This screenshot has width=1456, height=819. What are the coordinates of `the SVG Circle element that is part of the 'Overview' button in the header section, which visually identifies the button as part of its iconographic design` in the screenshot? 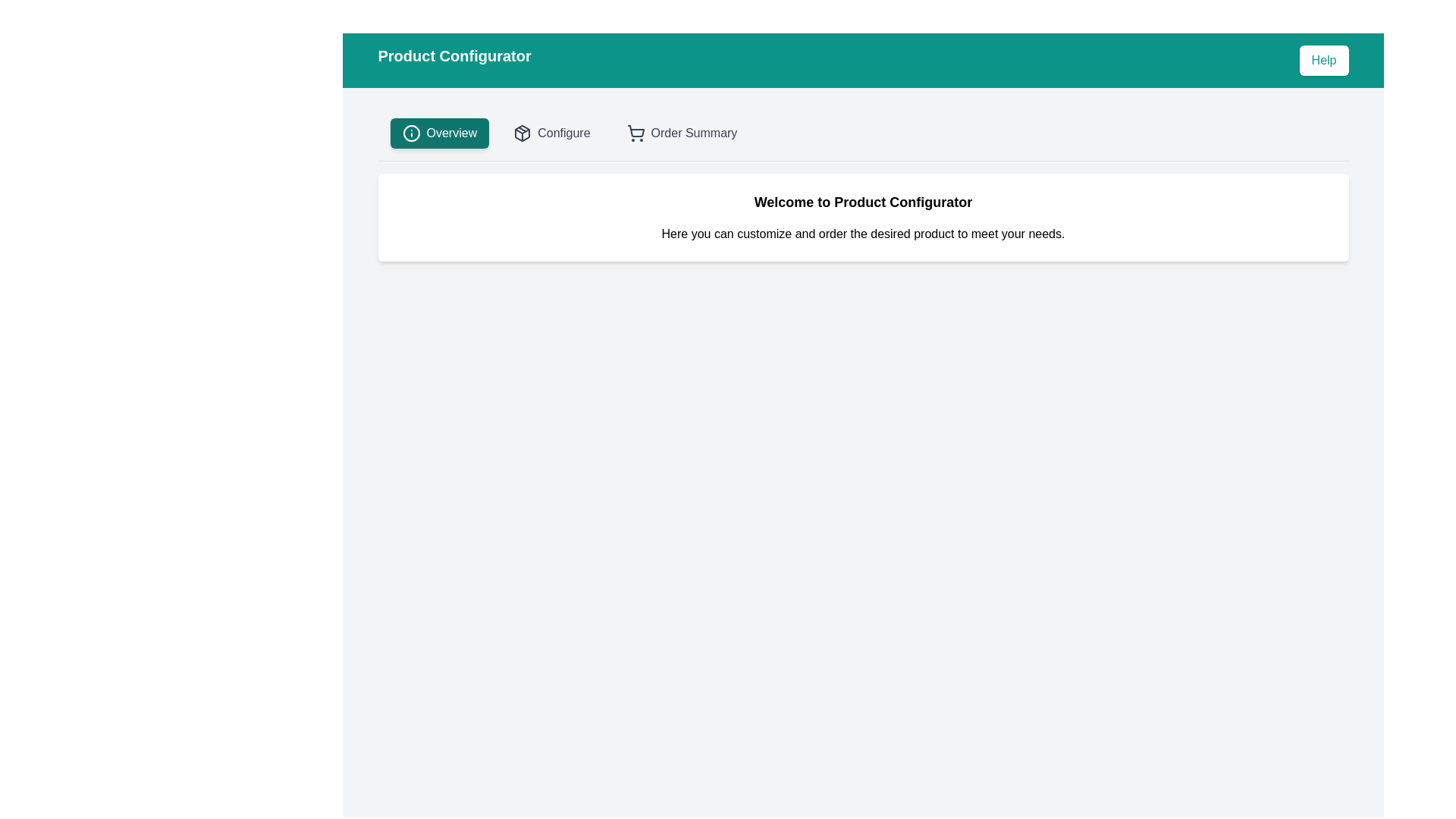 It's located at (411, 133).